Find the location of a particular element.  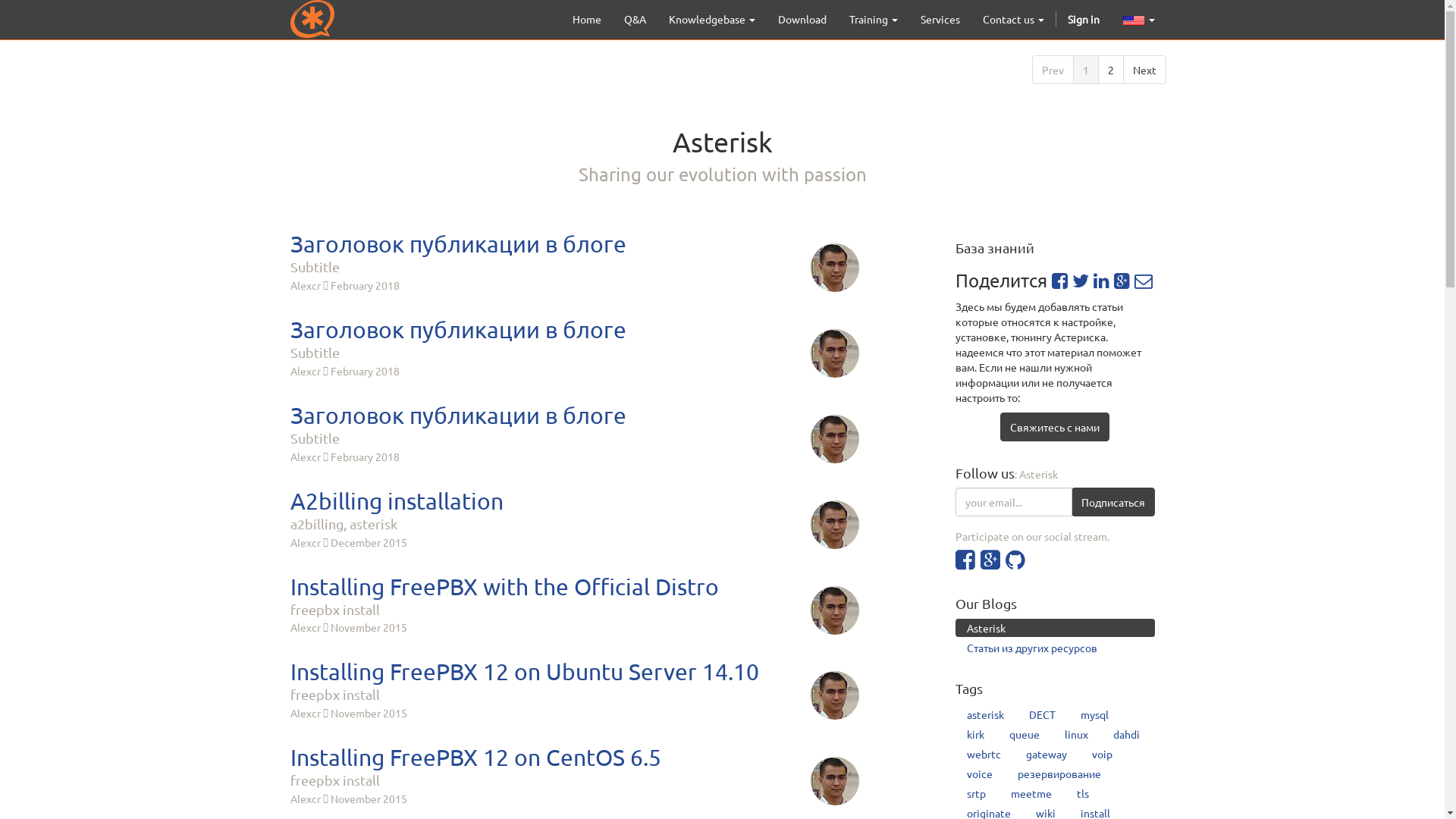

'Download' is located at coordinates (800, 18).